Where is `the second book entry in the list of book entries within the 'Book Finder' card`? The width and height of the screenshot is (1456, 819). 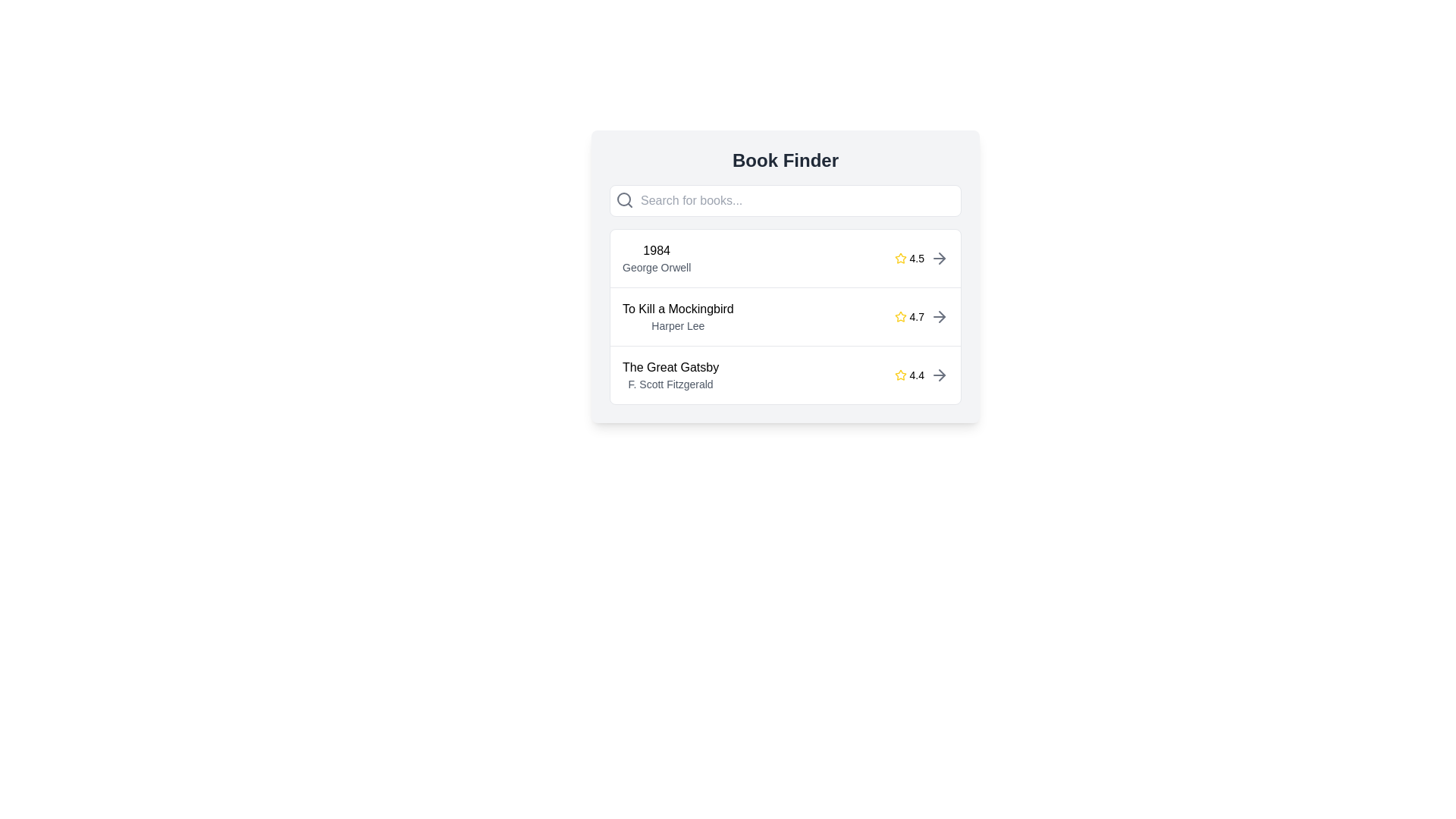 the second book entry in the list of book entries within the 'Book Finder' card is located at coordinates (786, 315).